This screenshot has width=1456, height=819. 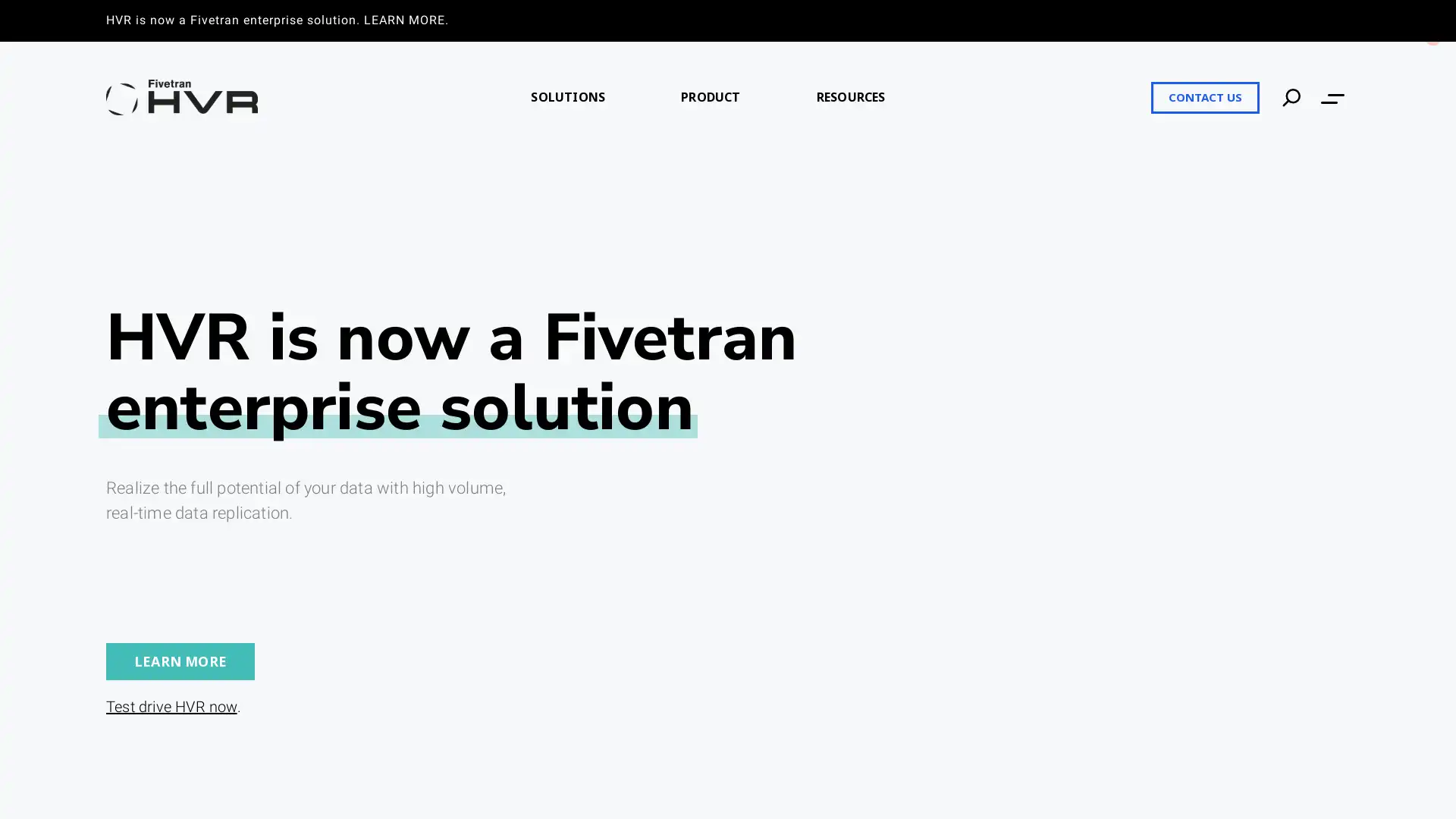 What do you see at coordinates (1291, 96) in the screenshot?
I see `TOGGLE SEARCH` at bounding box center [1291, 96].